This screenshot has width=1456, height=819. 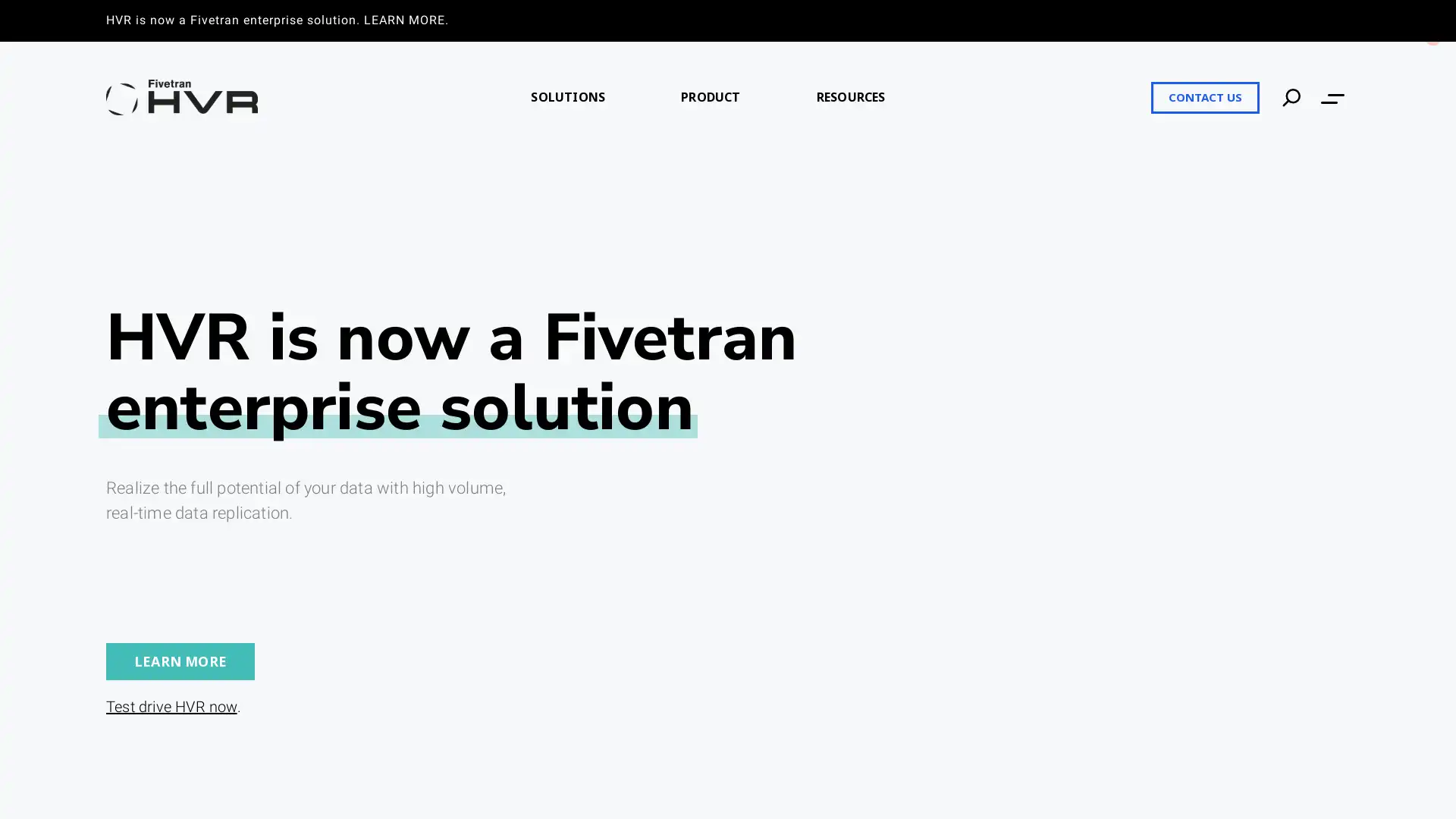 What do you see at coordinates (1291, 96) in the screenshot?
I see `TOGGLE SEARCH` at bounding box center [1291, 96].